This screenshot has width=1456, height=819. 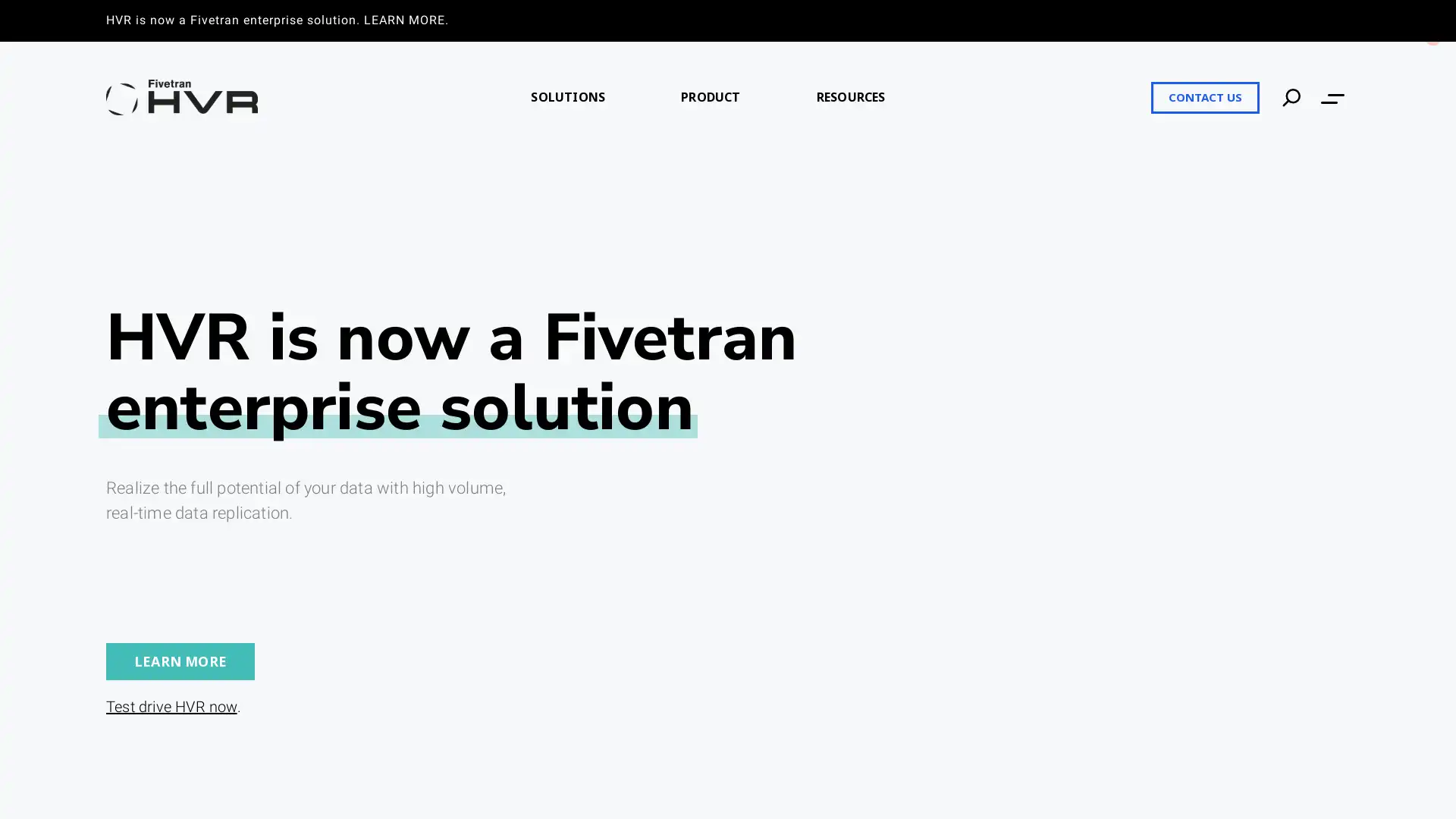 What do you see at coordinates (1291, 96) in the screenshot?
I see `TOGGLE SEARCH` at bounding box center [1291, 96].